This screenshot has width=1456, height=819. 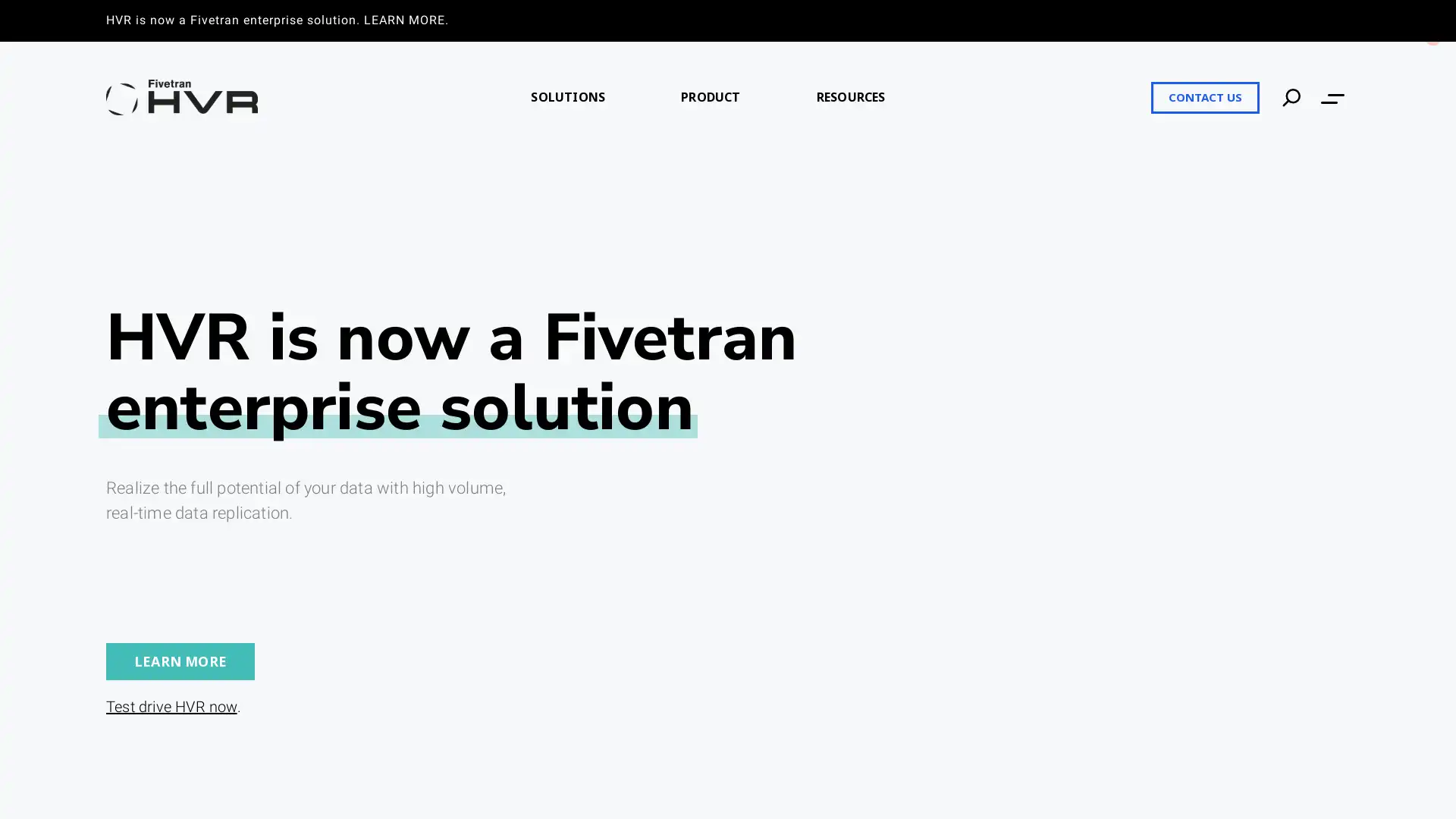 What do you see at coordinates (1291, 96) in the screenshot?
I see `TOGGLE SEARCH` at bounding box center [1291, 96].